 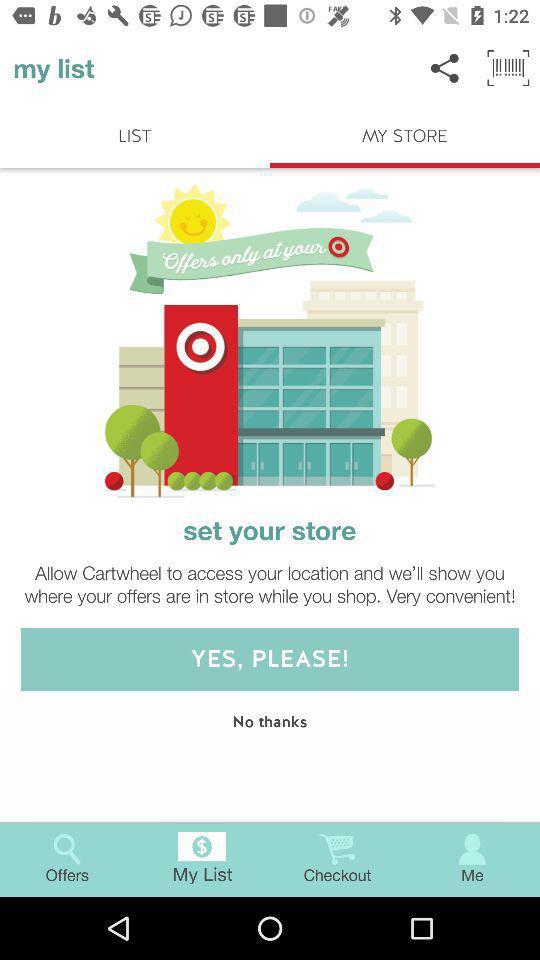 What do you see at coordinates (270, 658) in the screenshot?
I see `yes please` at bounding box center [270, 658].